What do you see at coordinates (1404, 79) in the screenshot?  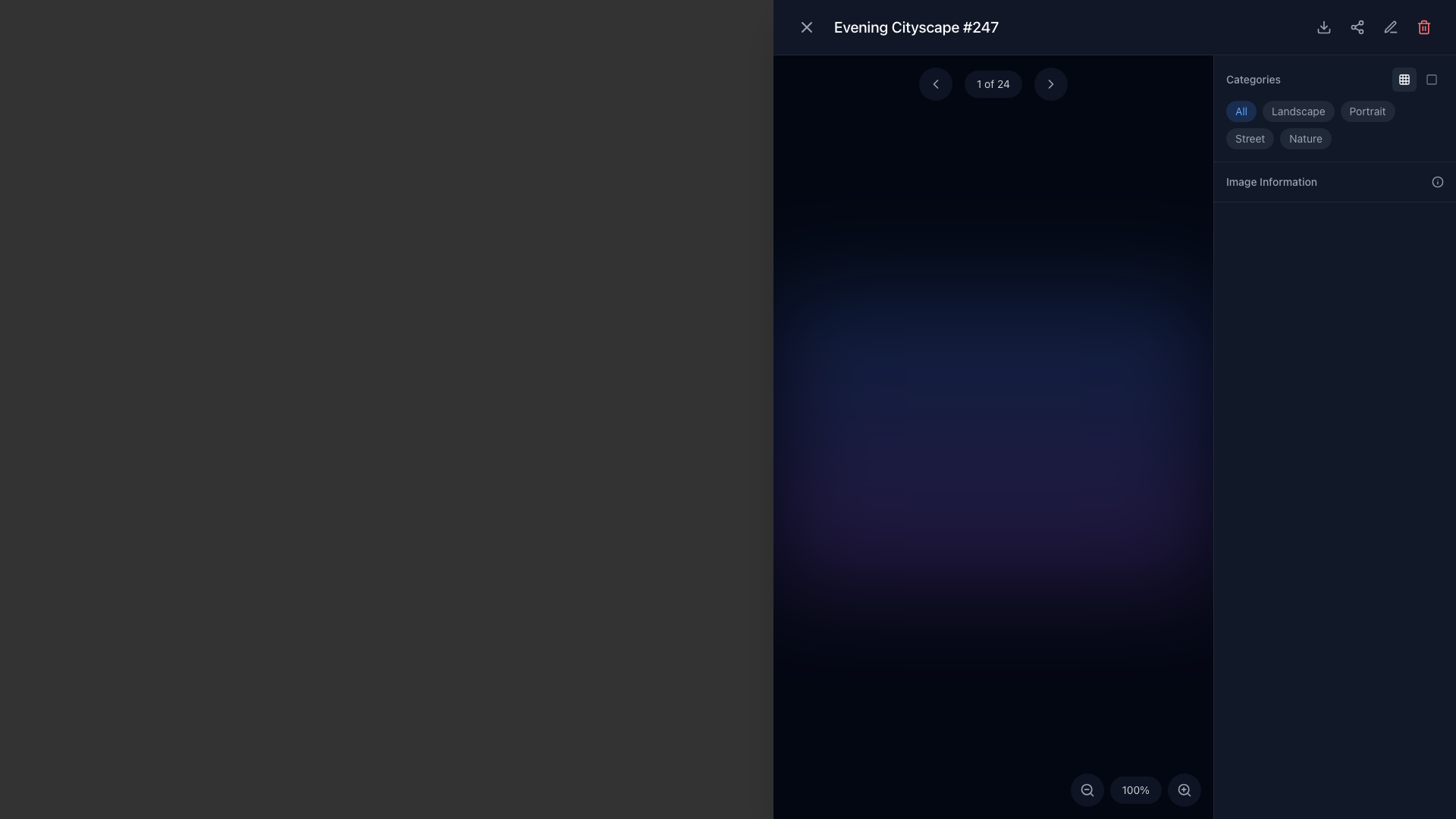 I see `the rectangular button with rounded corners and a grid icon` at bounding box center [1404, 79].